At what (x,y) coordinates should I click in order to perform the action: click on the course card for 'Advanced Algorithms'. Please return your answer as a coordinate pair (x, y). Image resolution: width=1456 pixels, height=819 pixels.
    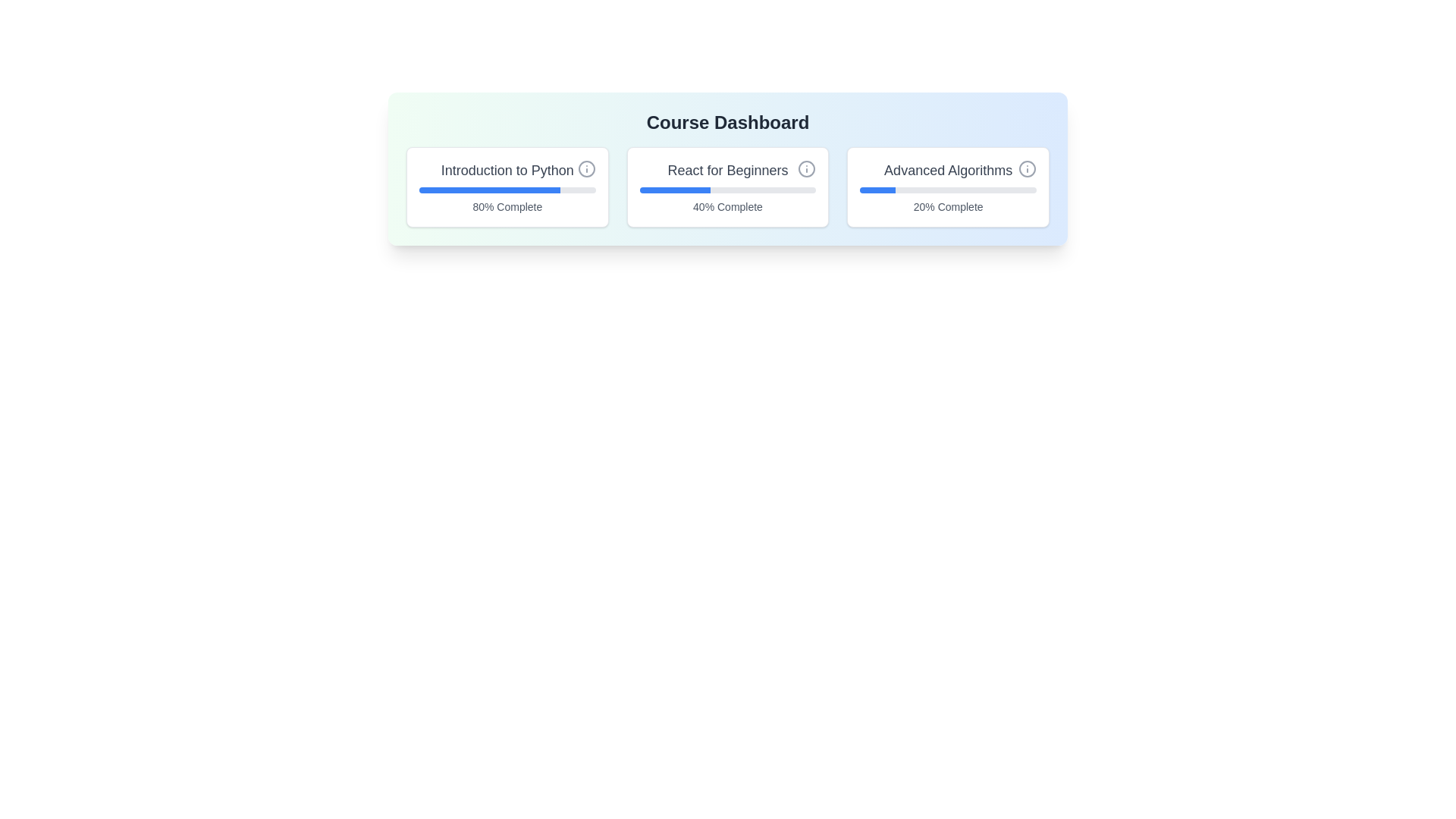
    Looking at the image, I should click on (948, 186).